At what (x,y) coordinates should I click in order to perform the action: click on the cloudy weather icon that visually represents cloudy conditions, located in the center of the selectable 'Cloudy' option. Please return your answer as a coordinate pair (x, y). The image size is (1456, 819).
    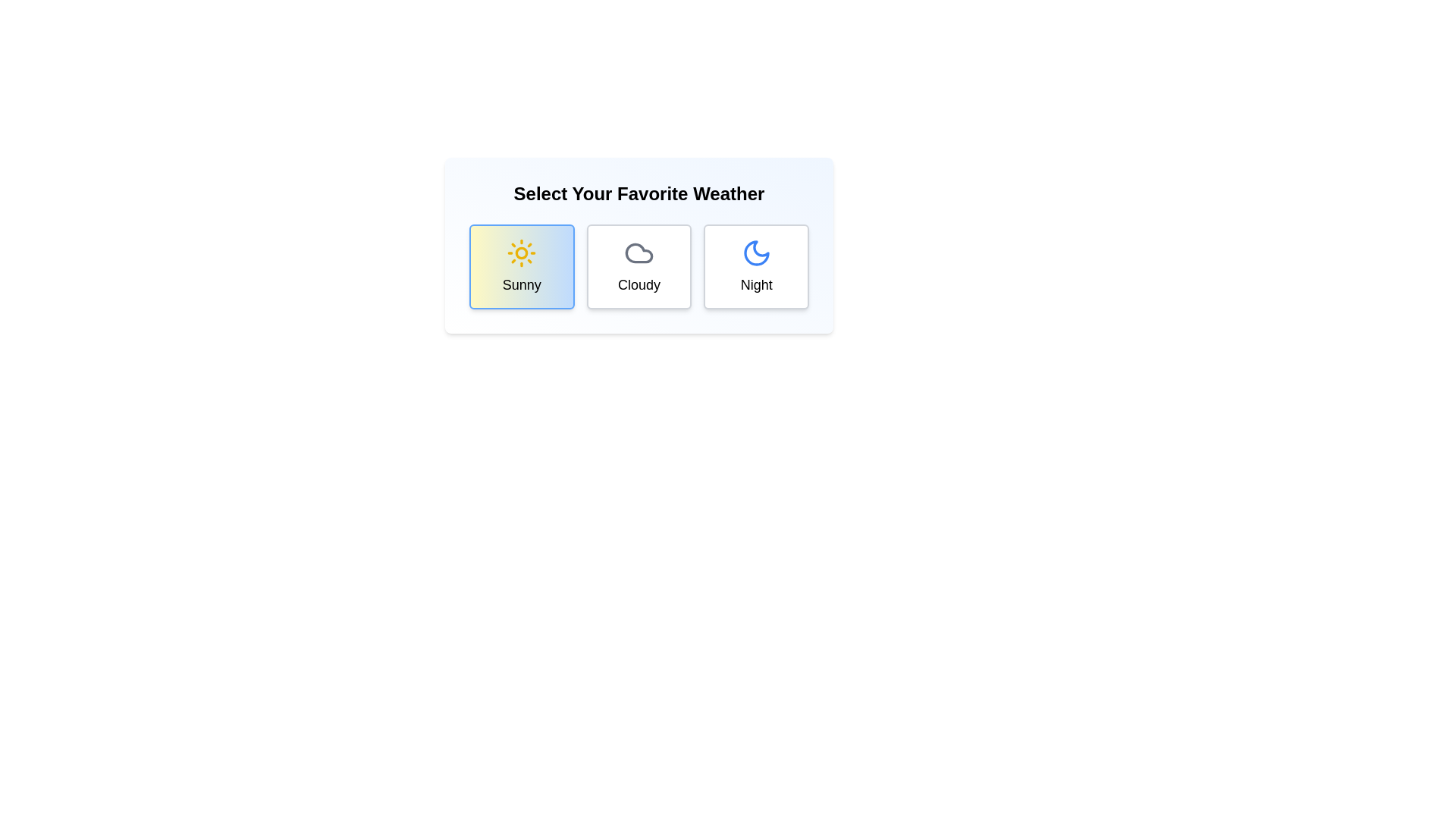
    Looking at the image, I should click on (639, 253).